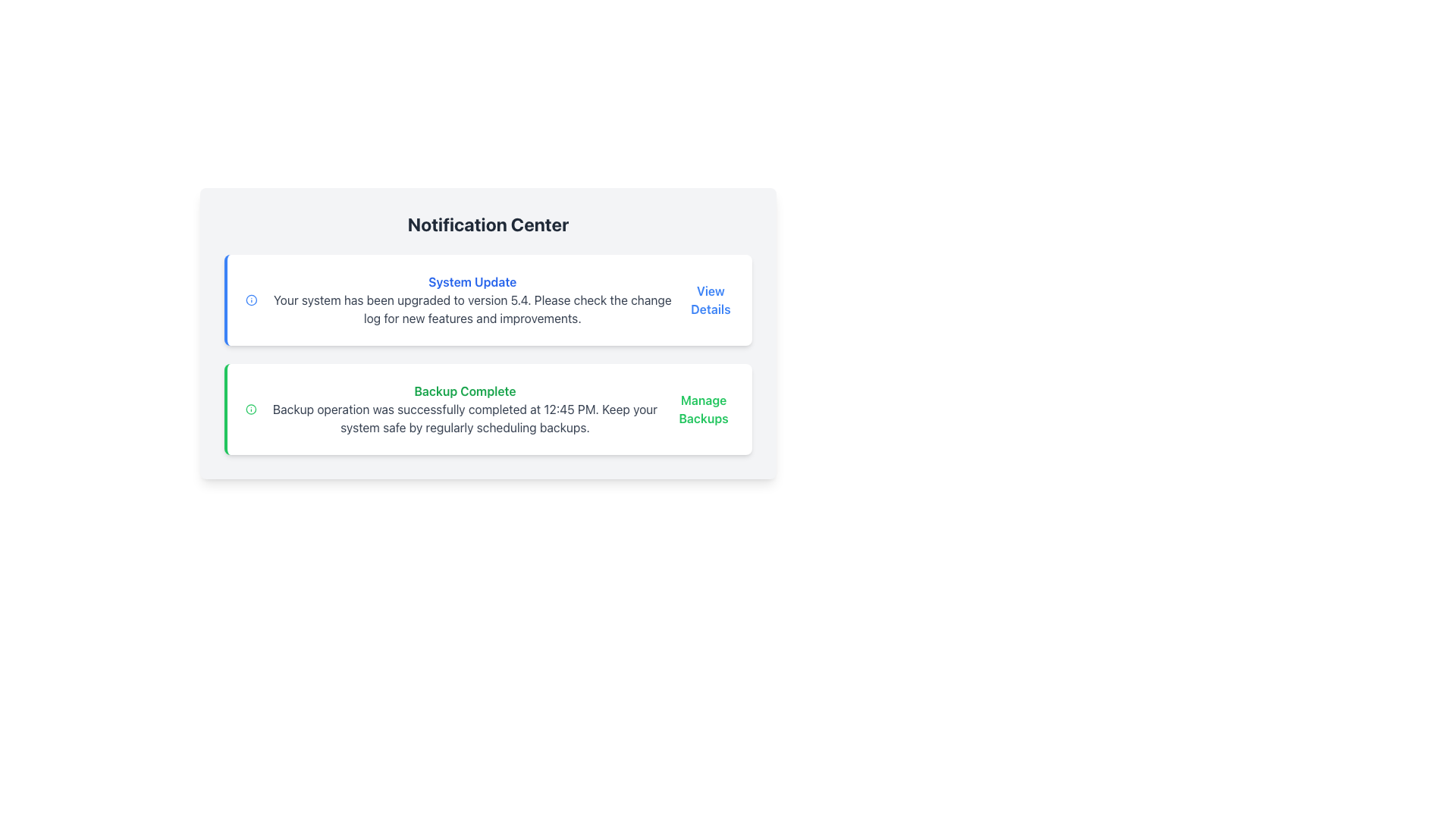 The image size is (1456, 819). Describe the element at coordinates (488, 409) in the screenshot. I see `informational text from the second entry in the Notification Center, which confirms the success of a backup operation and provides a link for managing backup settings` at that location.